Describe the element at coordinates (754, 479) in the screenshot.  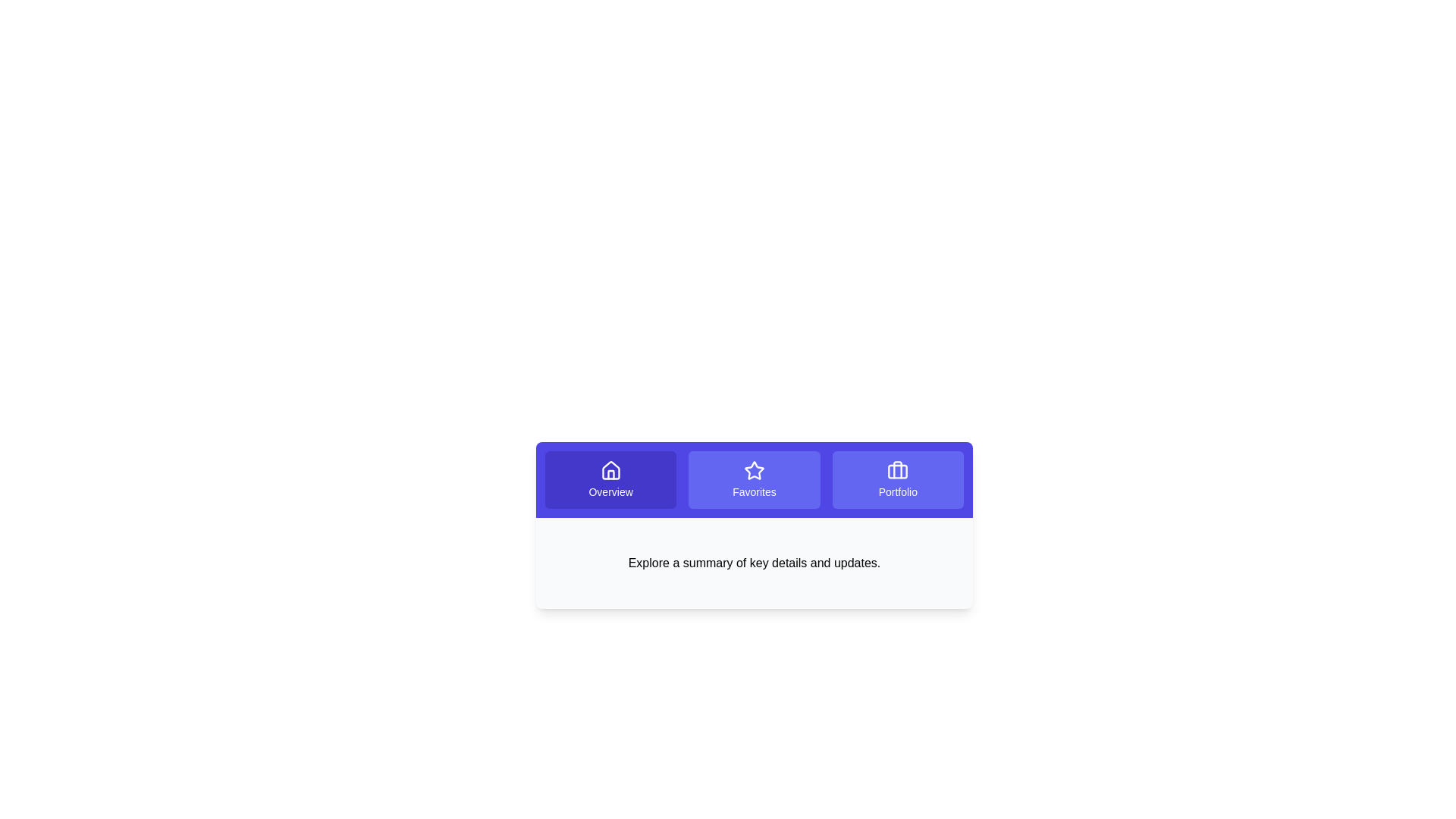
I see `the Favorites button to view its content` at that location.